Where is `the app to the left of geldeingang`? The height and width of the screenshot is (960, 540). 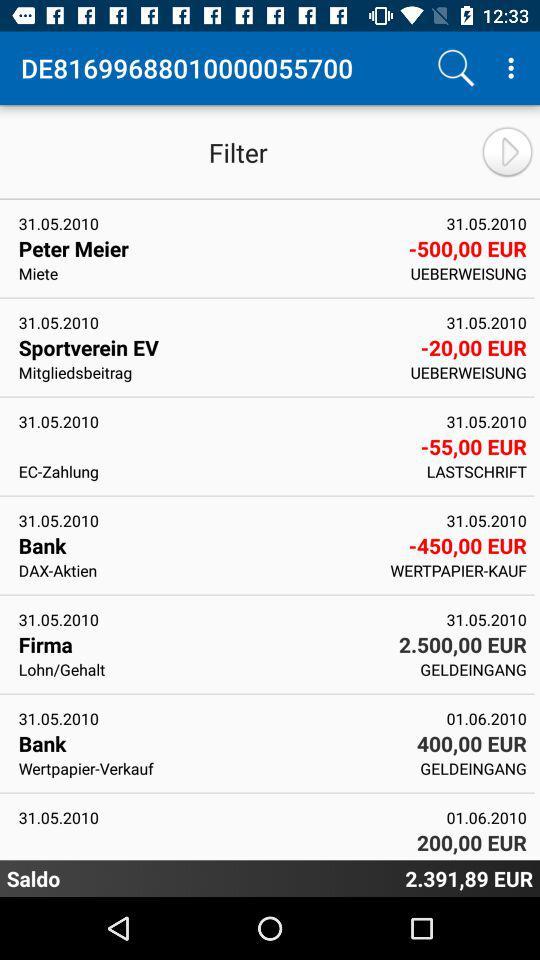 the app to the left of geldeingang is located at coordinates (211, 669).